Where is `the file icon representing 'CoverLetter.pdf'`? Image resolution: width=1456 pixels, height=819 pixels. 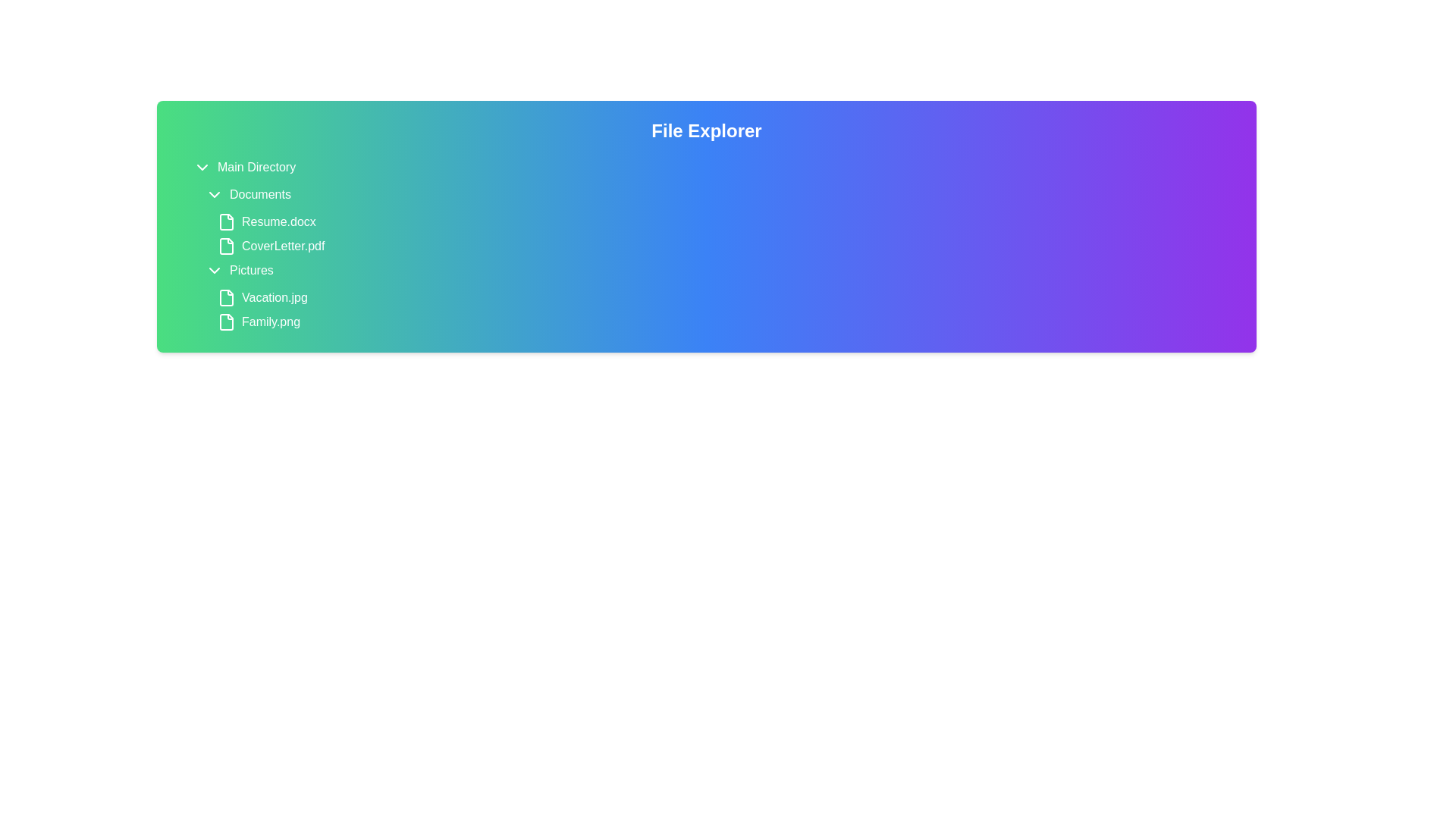 the file icon representing 'CoverLetter.pdf' is located at coordinates (225, 245).